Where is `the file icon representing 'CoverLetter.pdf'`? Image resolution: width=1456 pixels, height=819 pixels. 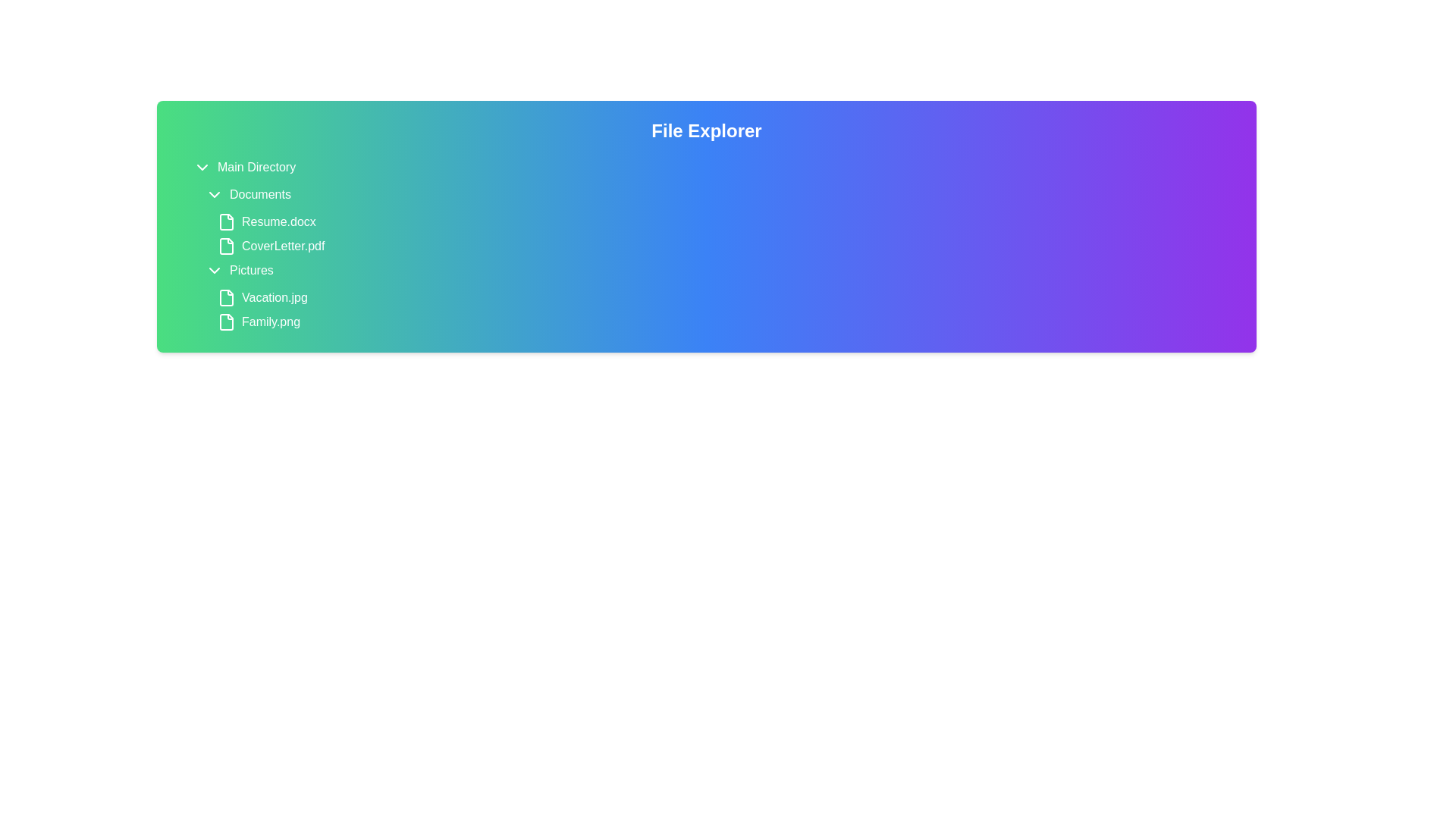 the file icon representing 'CoverLetter.pdf' is located at coordinates (225, 245).